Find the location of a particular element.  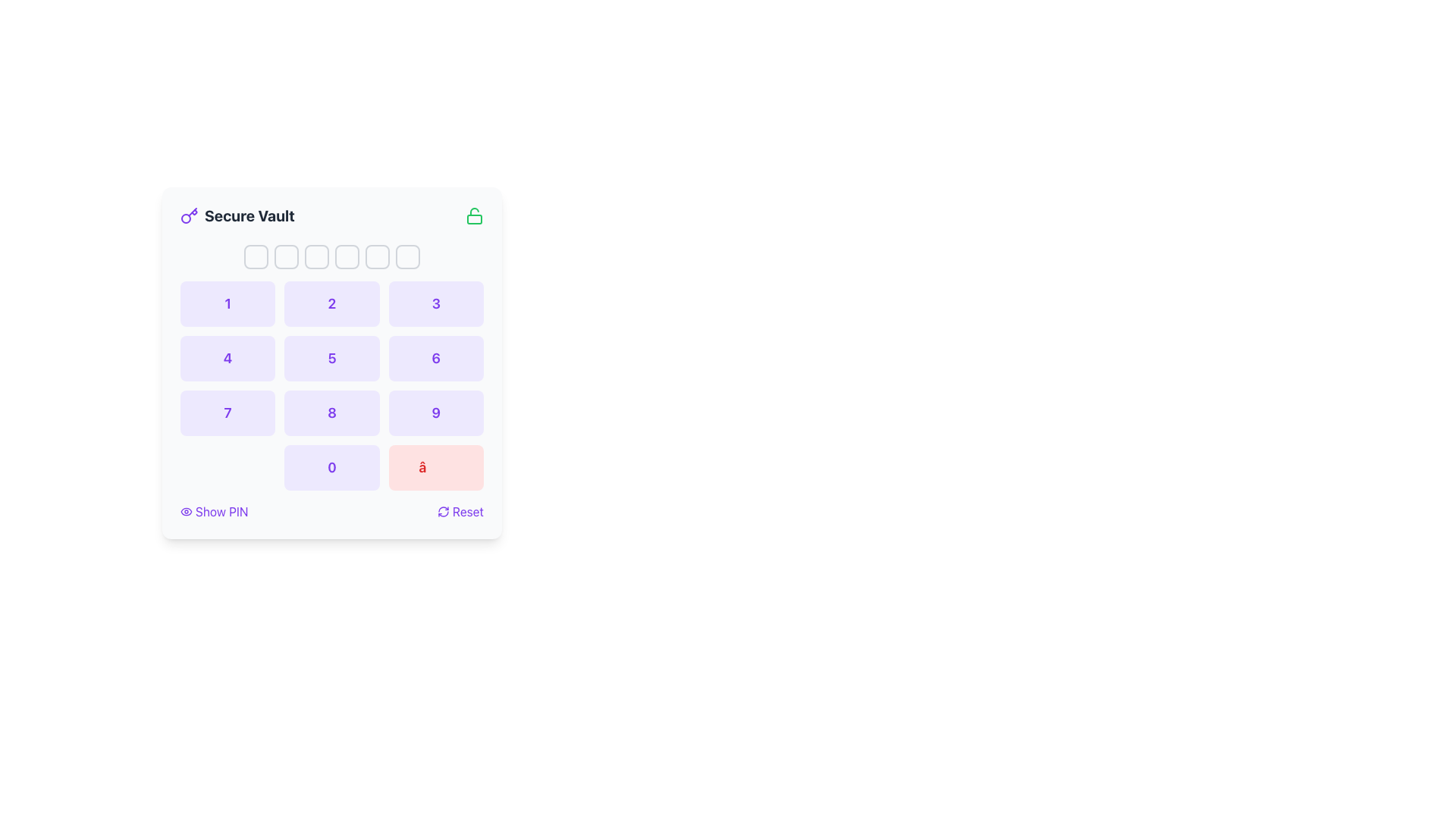

the 'Secure Vault' text label is located at coordinates (249, 216).